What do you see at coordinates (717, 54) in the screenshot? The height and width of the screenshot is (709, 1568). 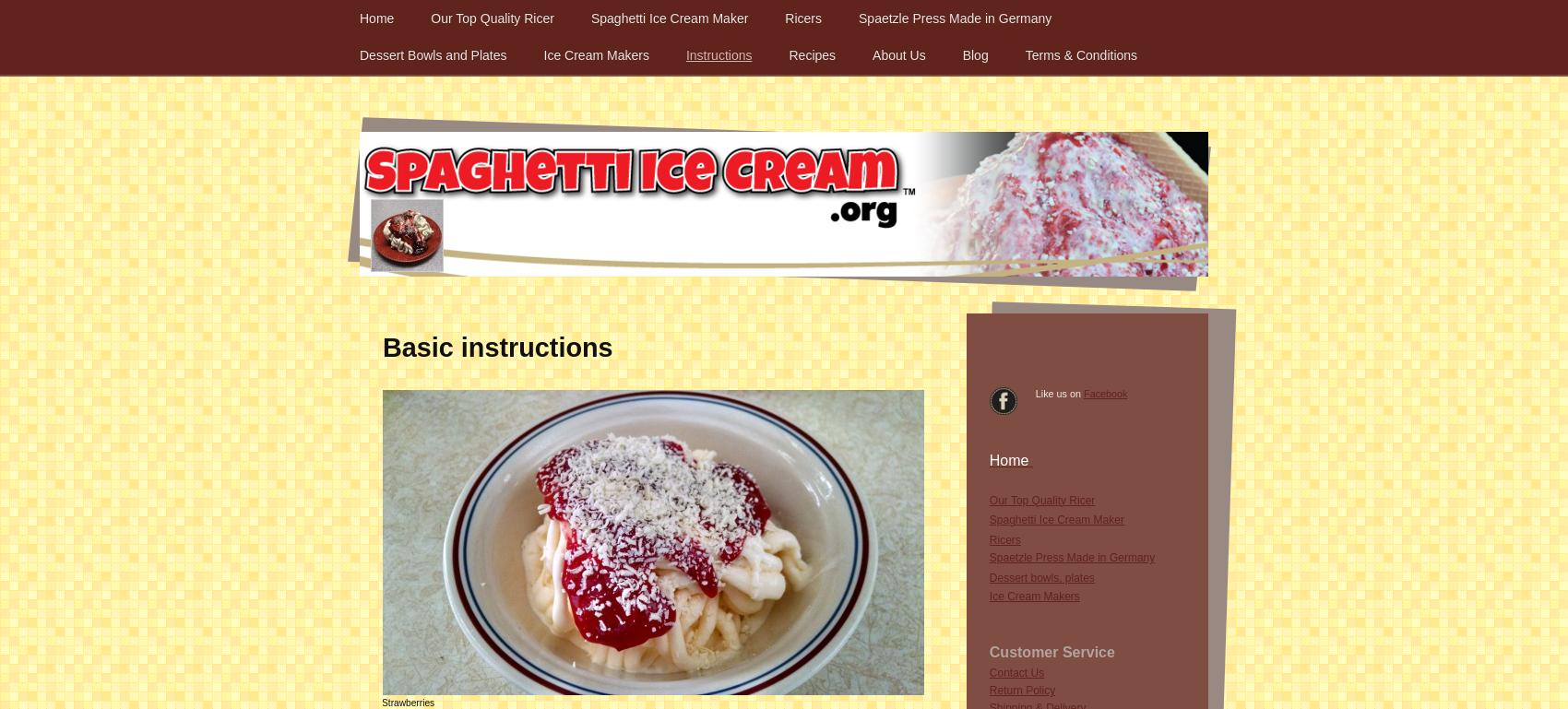 I see `'Instructions'` at bounding box center [717, 54].